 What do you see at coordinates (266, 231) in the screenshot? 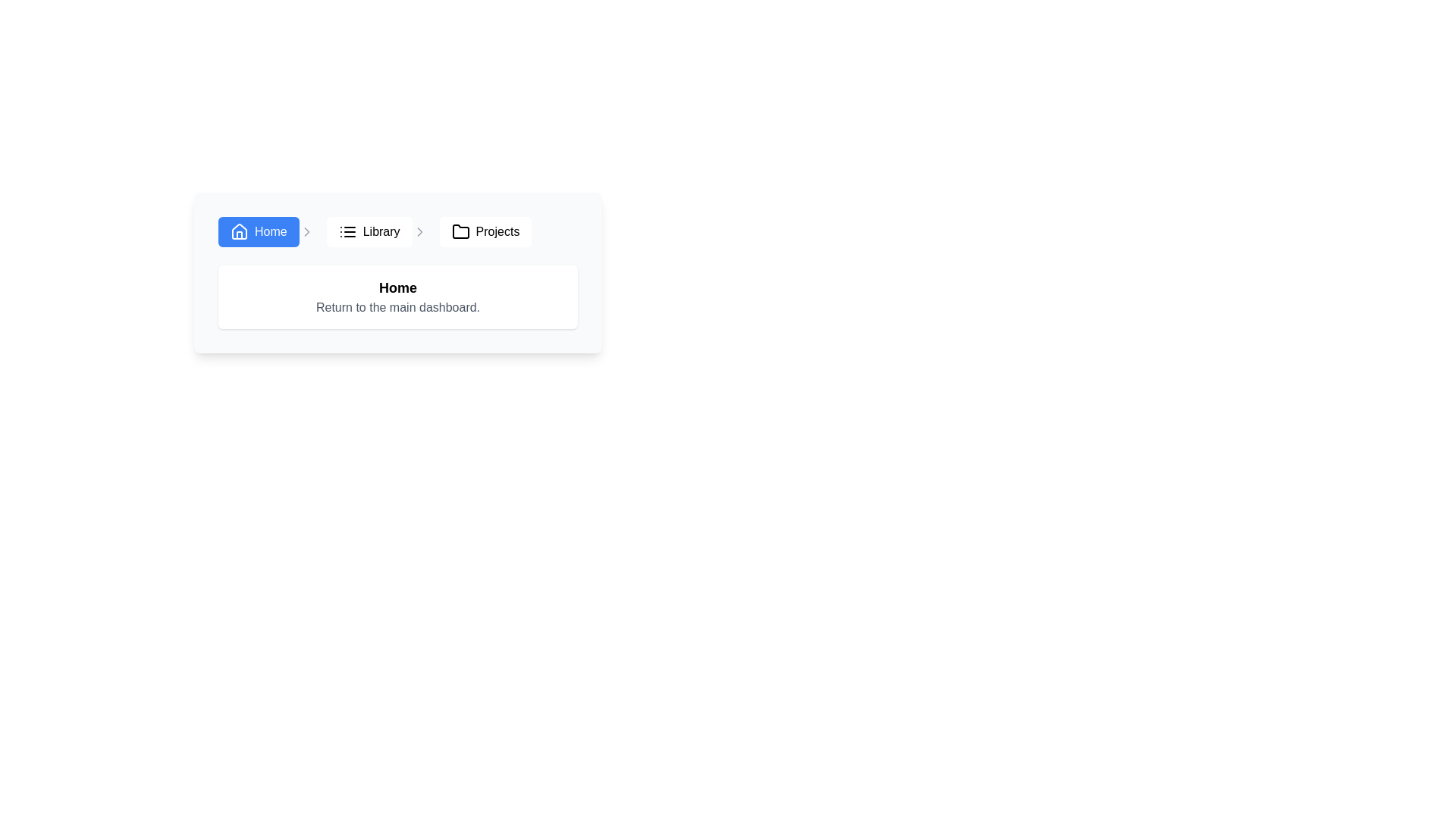
I see `the 'Home' navigation button in the breadcrumb navigation bar` at bounding box center [266, 231].